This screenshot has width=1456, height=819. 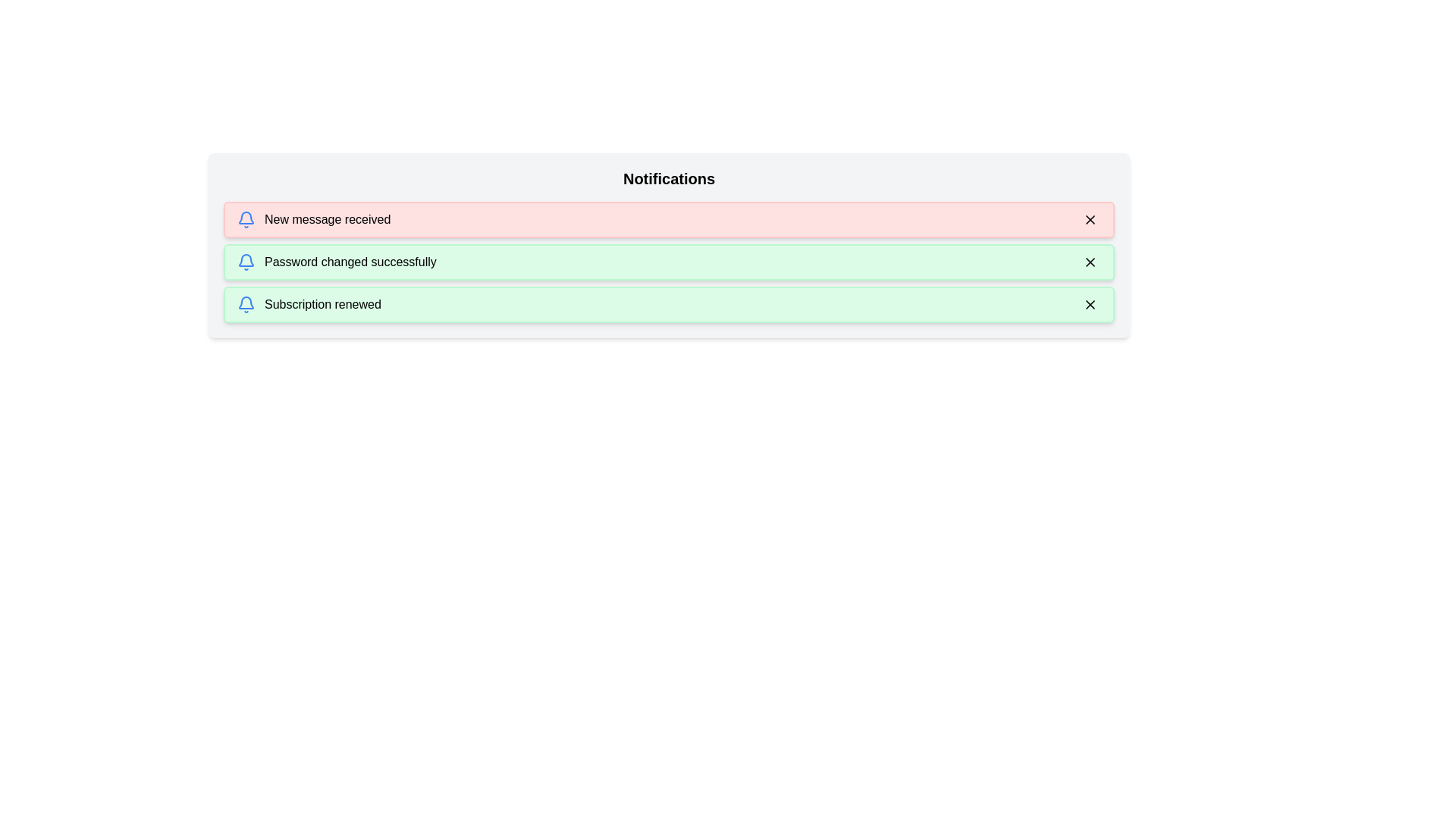 What do you see at coordinates (1090, 219) in the screenshot?
I see `the small diagonal cross-shaped 'X' icon used for closing the notification in the topmost red banner indicating 'New message received'` at bounding box center [1090, 219].